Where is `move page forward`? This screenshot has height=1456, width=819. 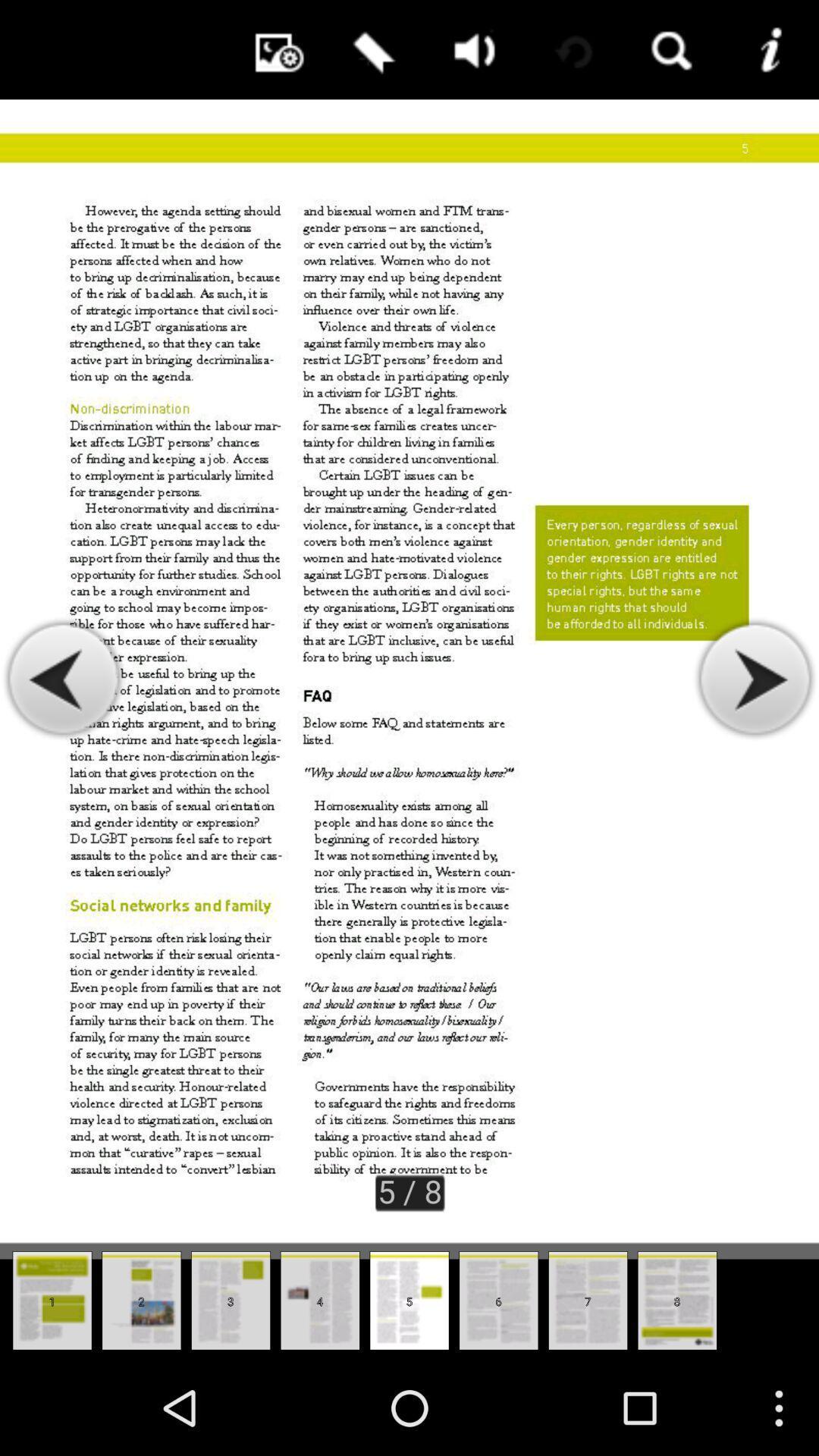 move page forward is located at coordinates (754, 679).